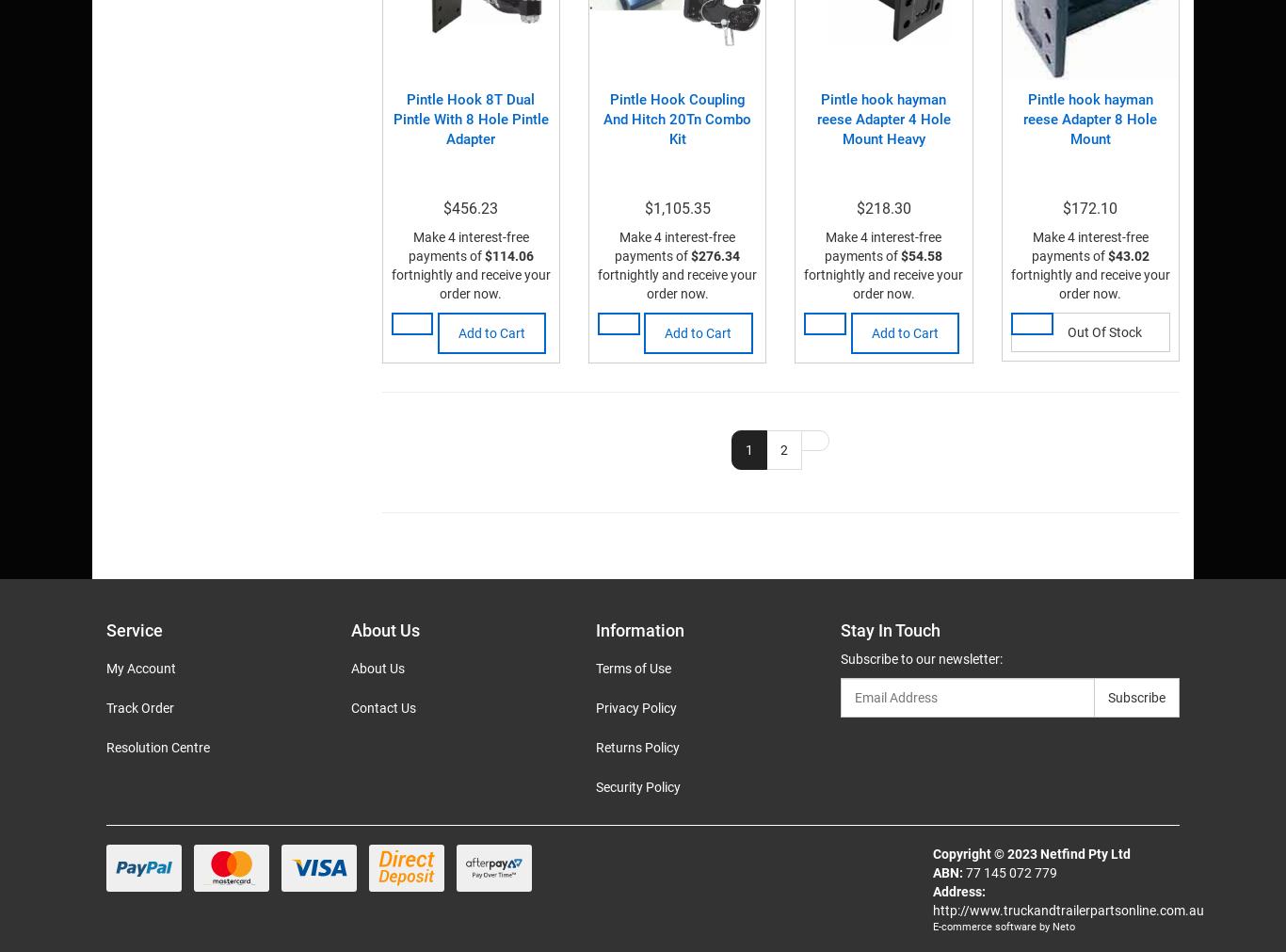  Describe the element at coordinates (677, 208) in the screenshot. I see `'$1,105.35'` at that location.